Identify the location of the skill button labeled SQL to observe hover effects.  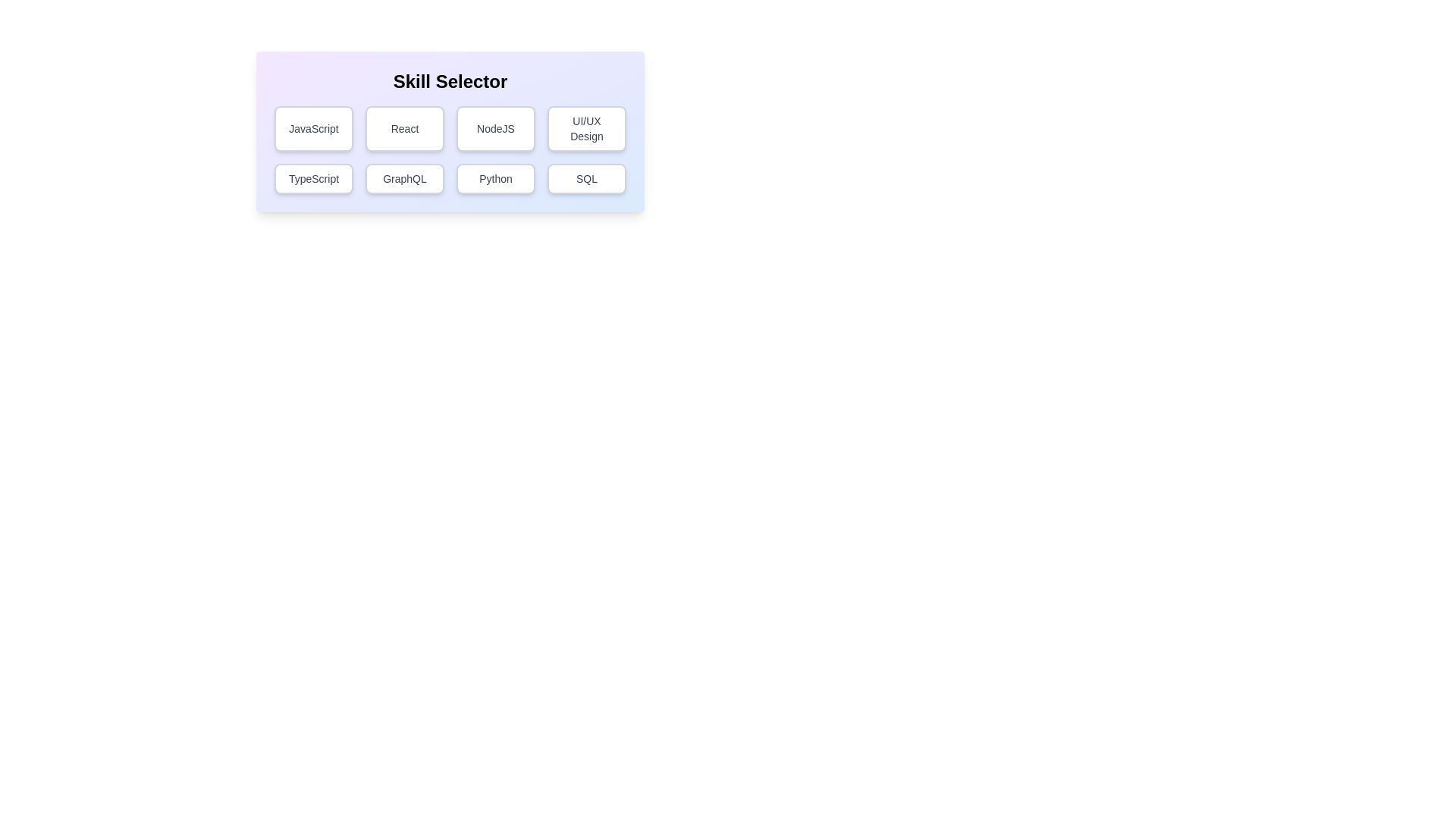
(585, 177).